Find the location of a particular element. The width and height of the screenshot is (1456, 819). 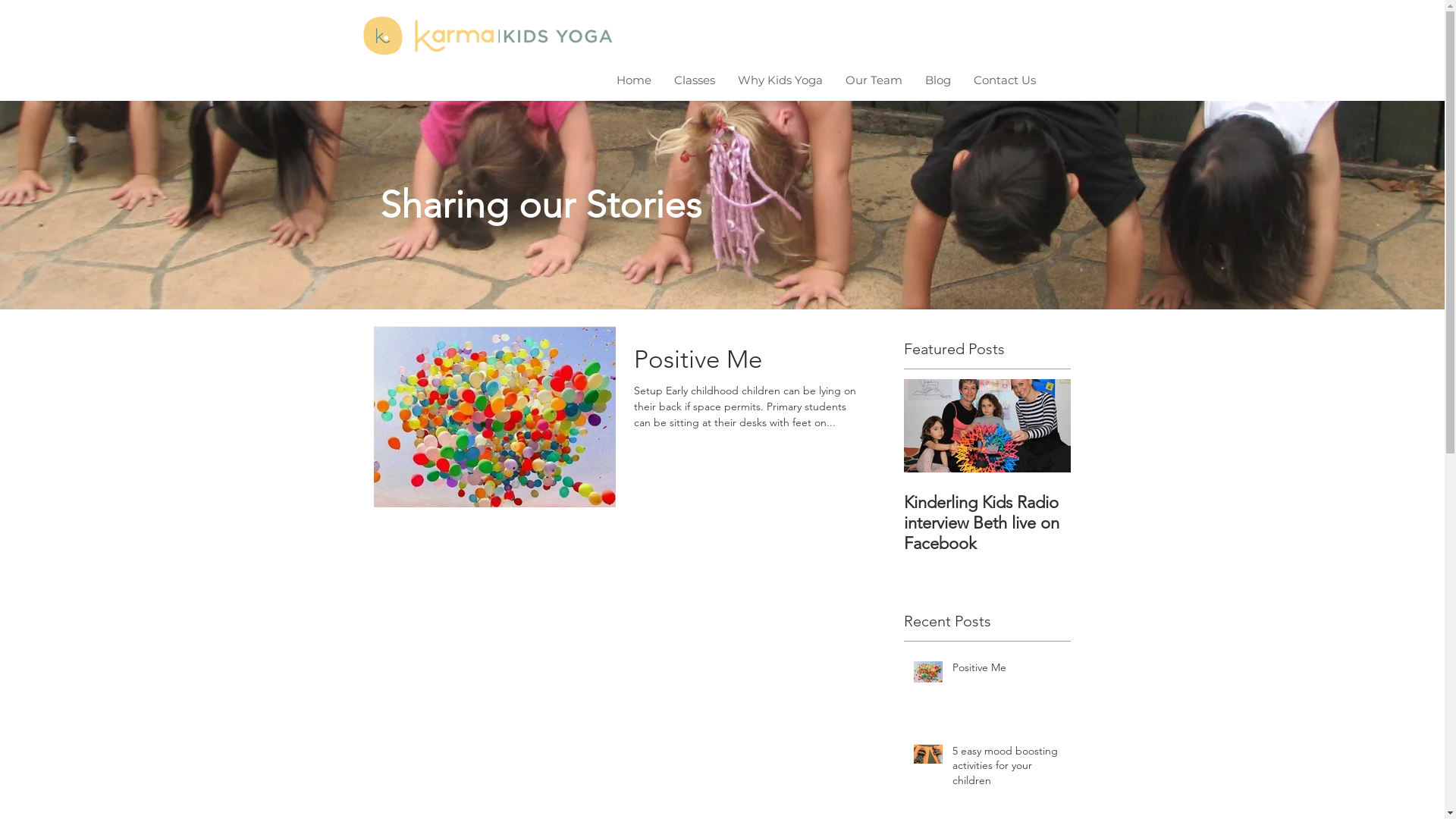

'Home' is located at coordinates (633, 80).